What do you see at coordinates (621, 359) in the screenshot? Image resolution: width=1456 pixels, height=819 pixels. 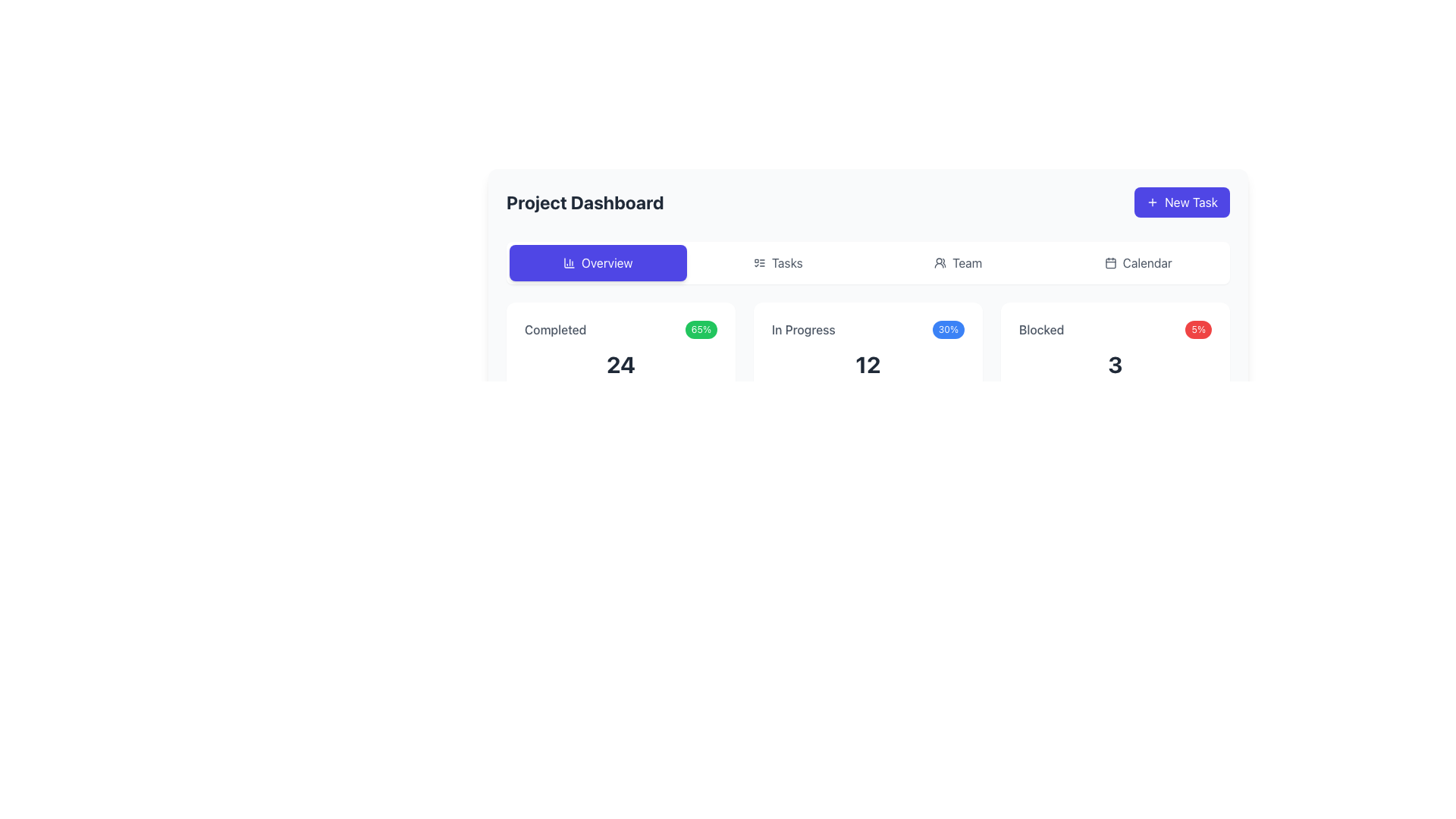 I see `the Panel displaying metrics, which shows a summary of completed tasks including percentage and total count` at bounding box center [621, 359].